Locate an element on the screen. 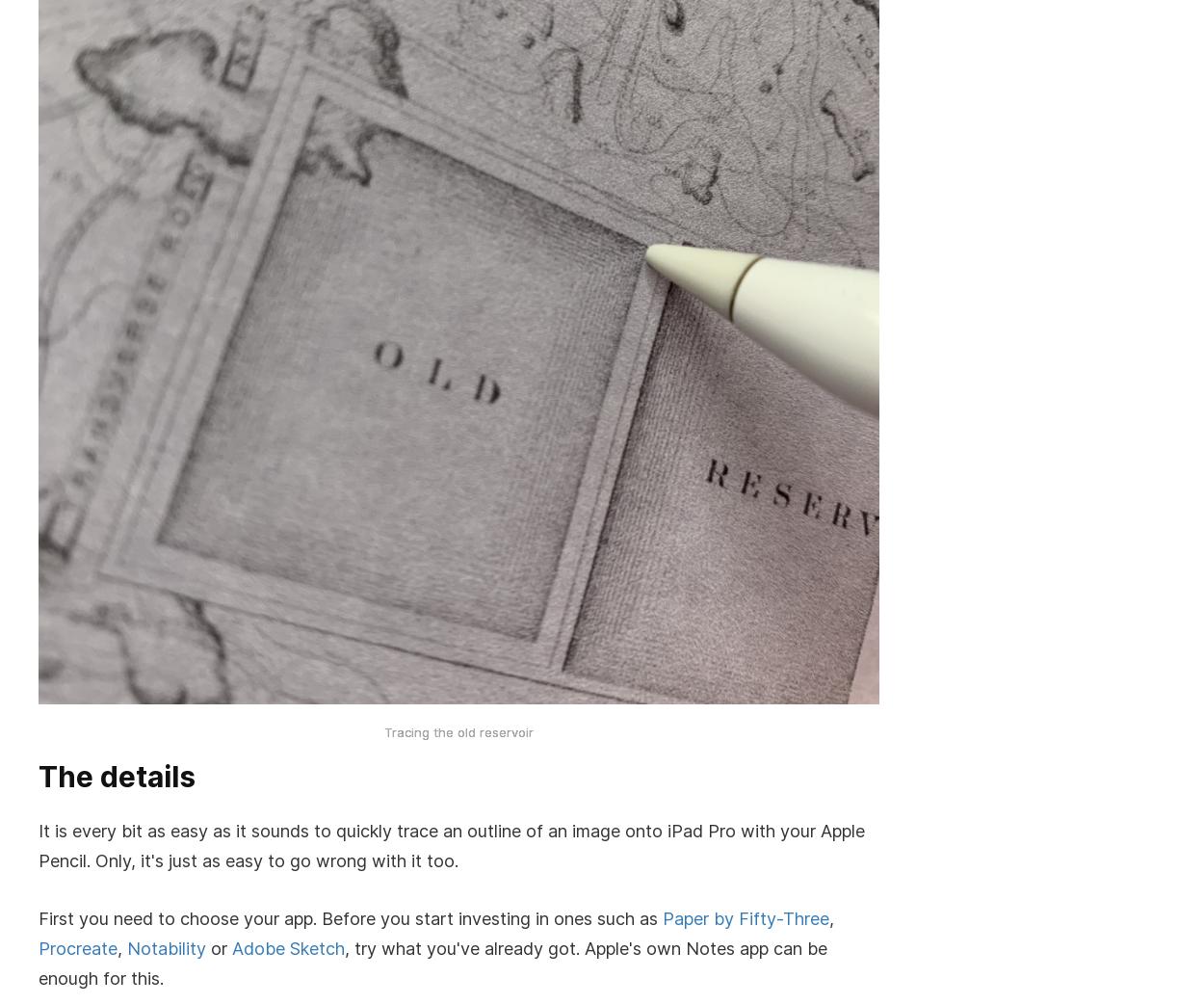  'First you need to choose your app. Before you start investing in ones such as' is located at coordinates (39, 917).